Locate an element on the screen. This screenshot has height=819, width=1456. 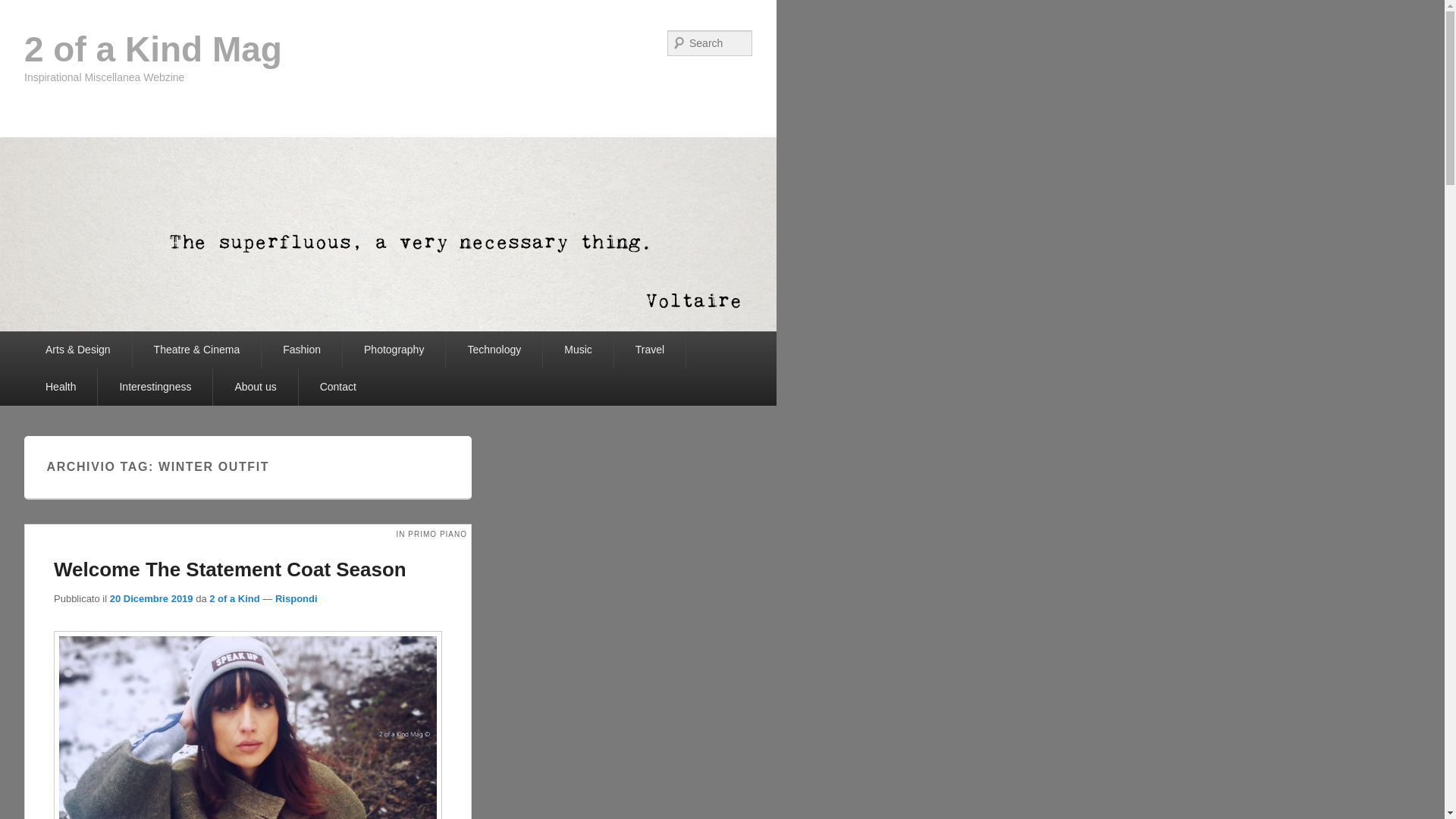
'Health' is located at coordinates (61, 386).